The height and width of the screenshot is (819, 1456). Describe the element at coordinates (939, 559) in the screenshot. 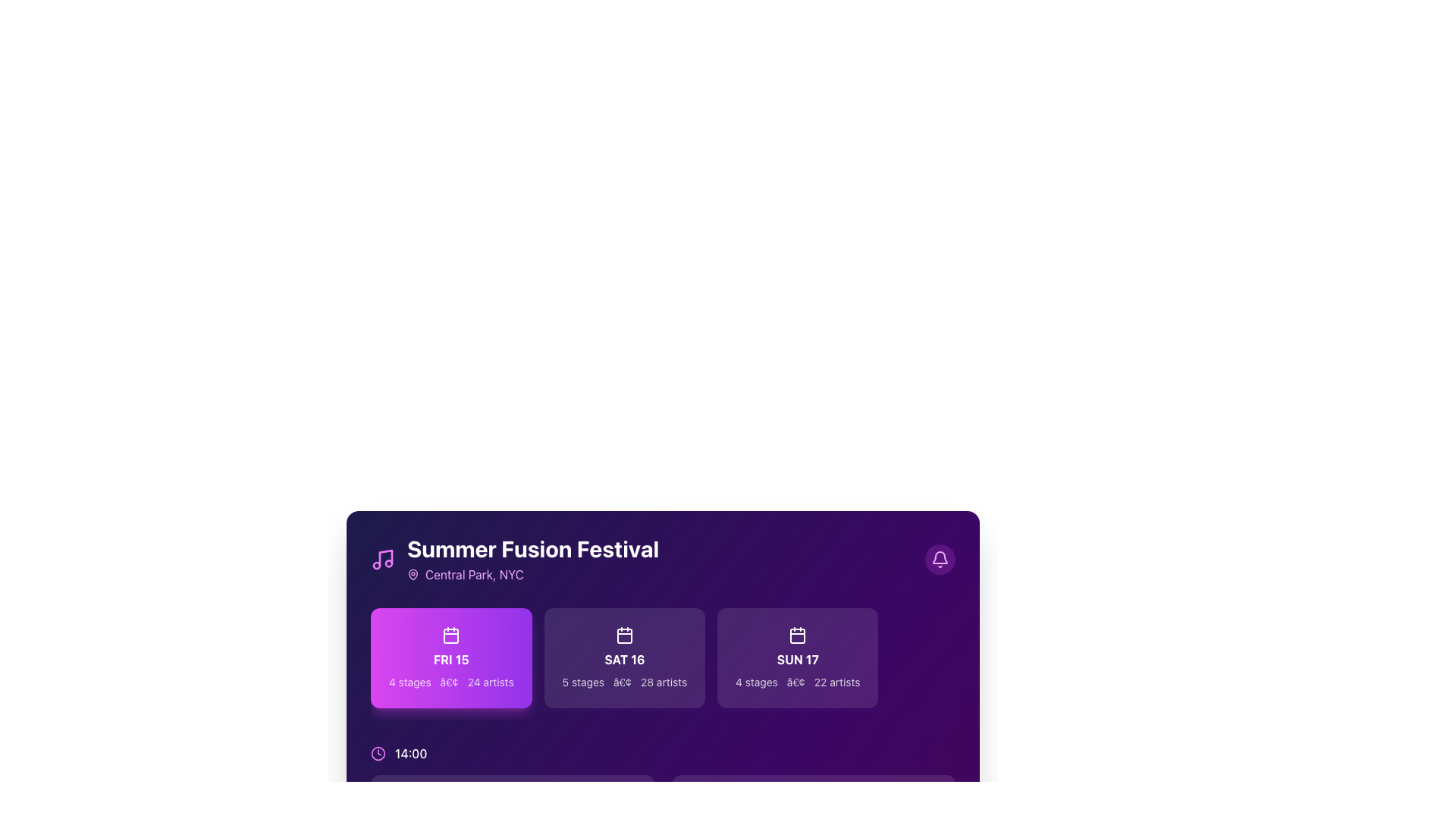

I see `the outlined bell icon, which is styled with a rounded design and light purple color, located in the top-right corner of the circular button within the festival information card` at that location.